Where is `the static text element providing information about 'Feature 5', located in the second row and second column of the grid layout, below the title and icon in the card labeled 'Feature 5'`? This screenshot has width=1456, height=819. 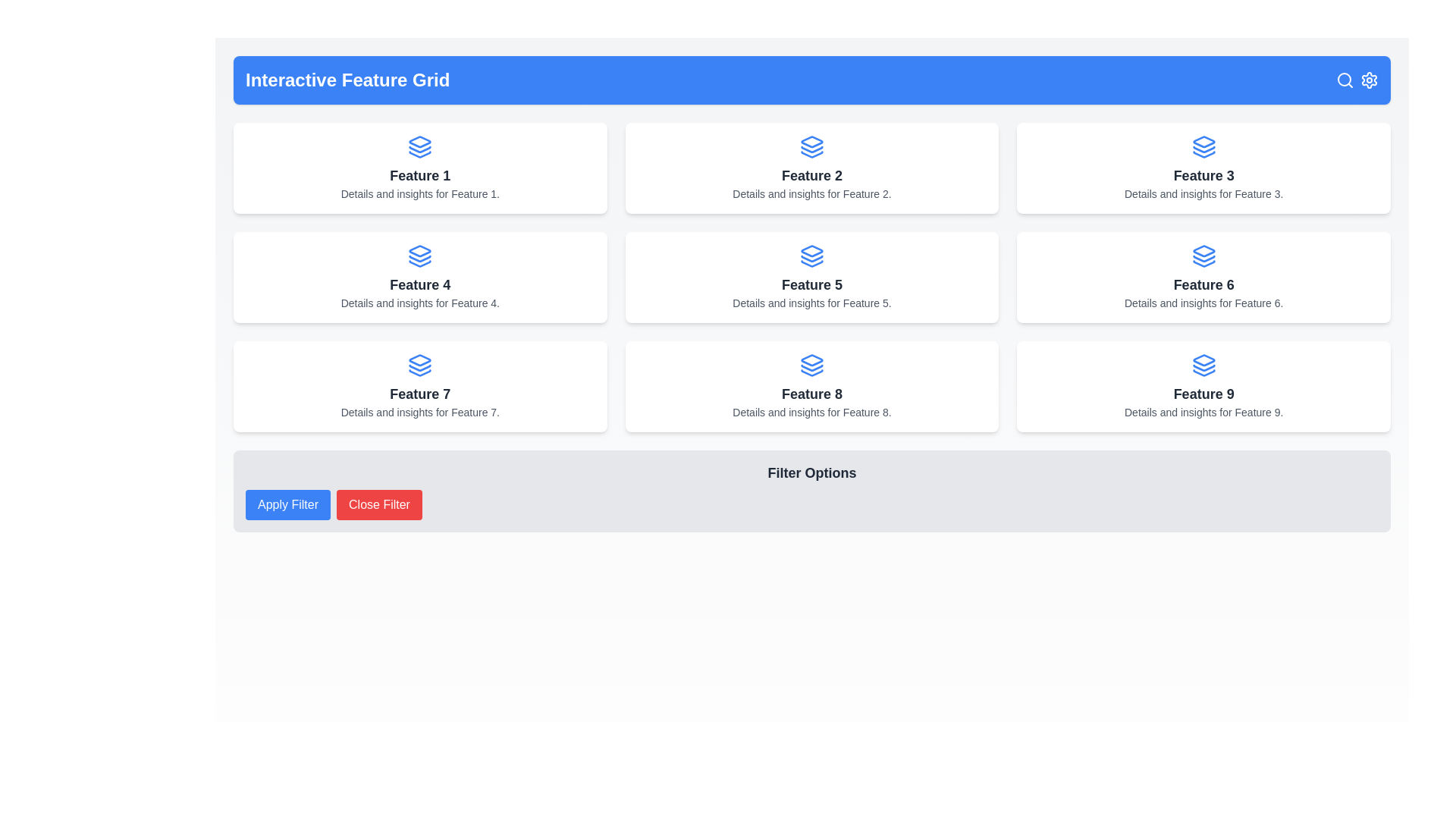 the static text element providing information about 'Feature 5', located in the second row and second column of the grid layout, below the title and icon in the card labeled 'Feature 5' is located at coordinates (811, 303).